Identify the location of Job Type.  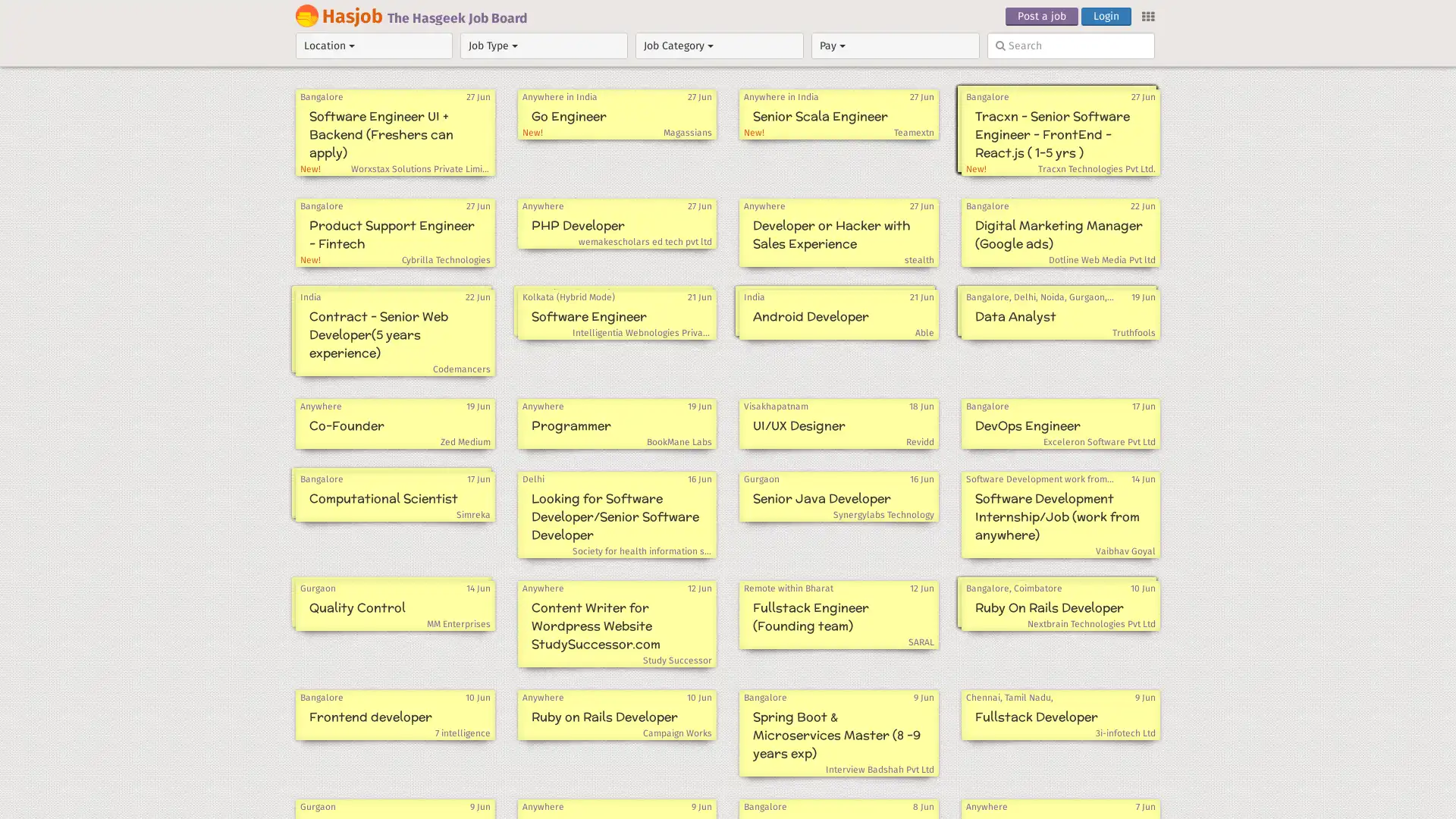
(543, 45).